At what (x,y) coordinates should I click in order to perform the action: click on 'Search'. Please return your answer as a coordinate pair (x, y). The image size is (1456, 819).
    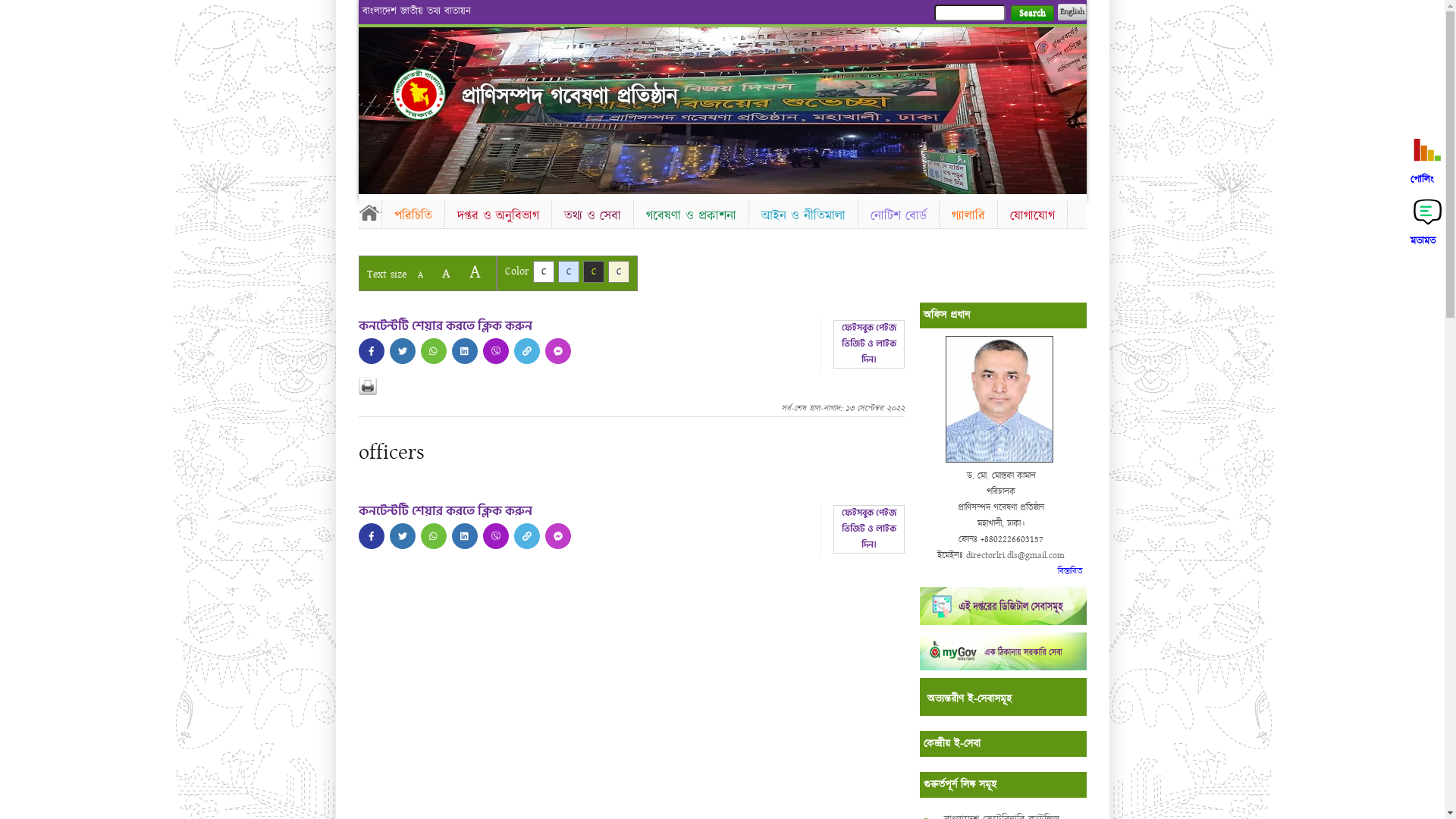
    Looking at the image, I should click on (1031, 13).